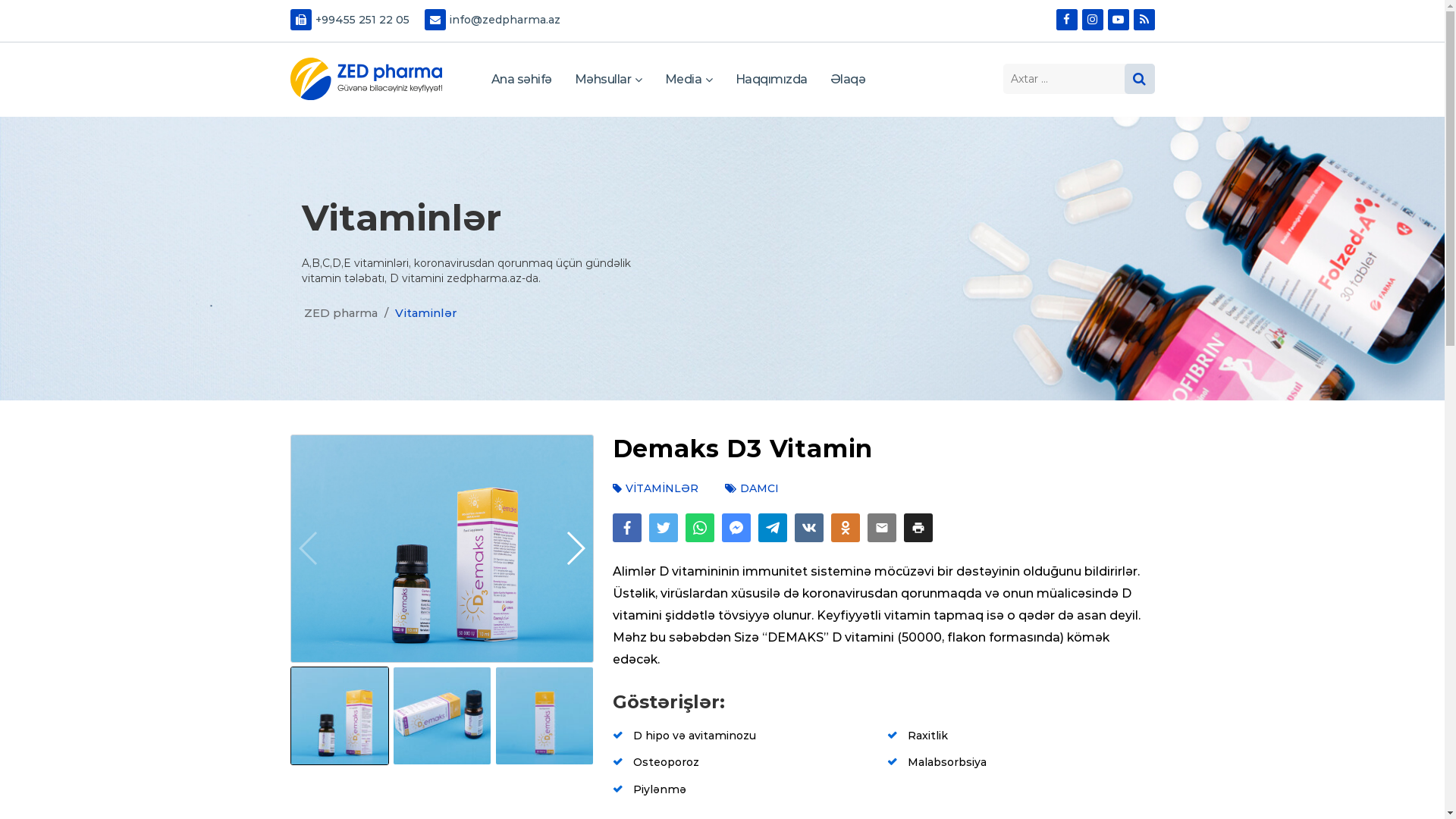 The width and height of the screenshot is (1456, 819). I want to click on 'RSS', so click(1143, 20).